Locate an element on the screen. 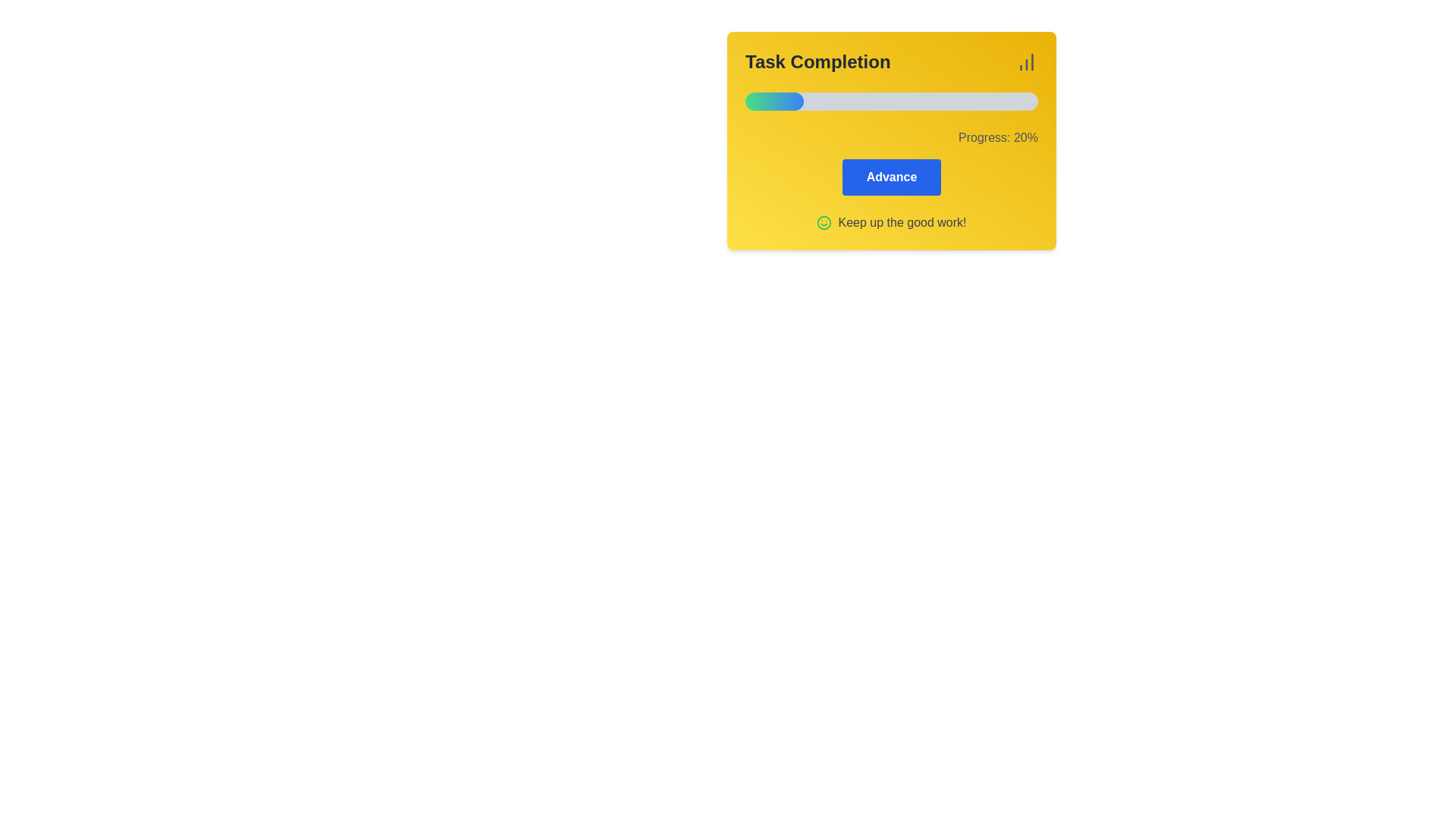 The height and width of the screenshot is (819, 1456). the SVG circle element that is part of the smiling face icon with a green outline and yellow background, located within the 'Keep up the good work!' section of the yellow Task Completion card is located at coordinates (824, 222).